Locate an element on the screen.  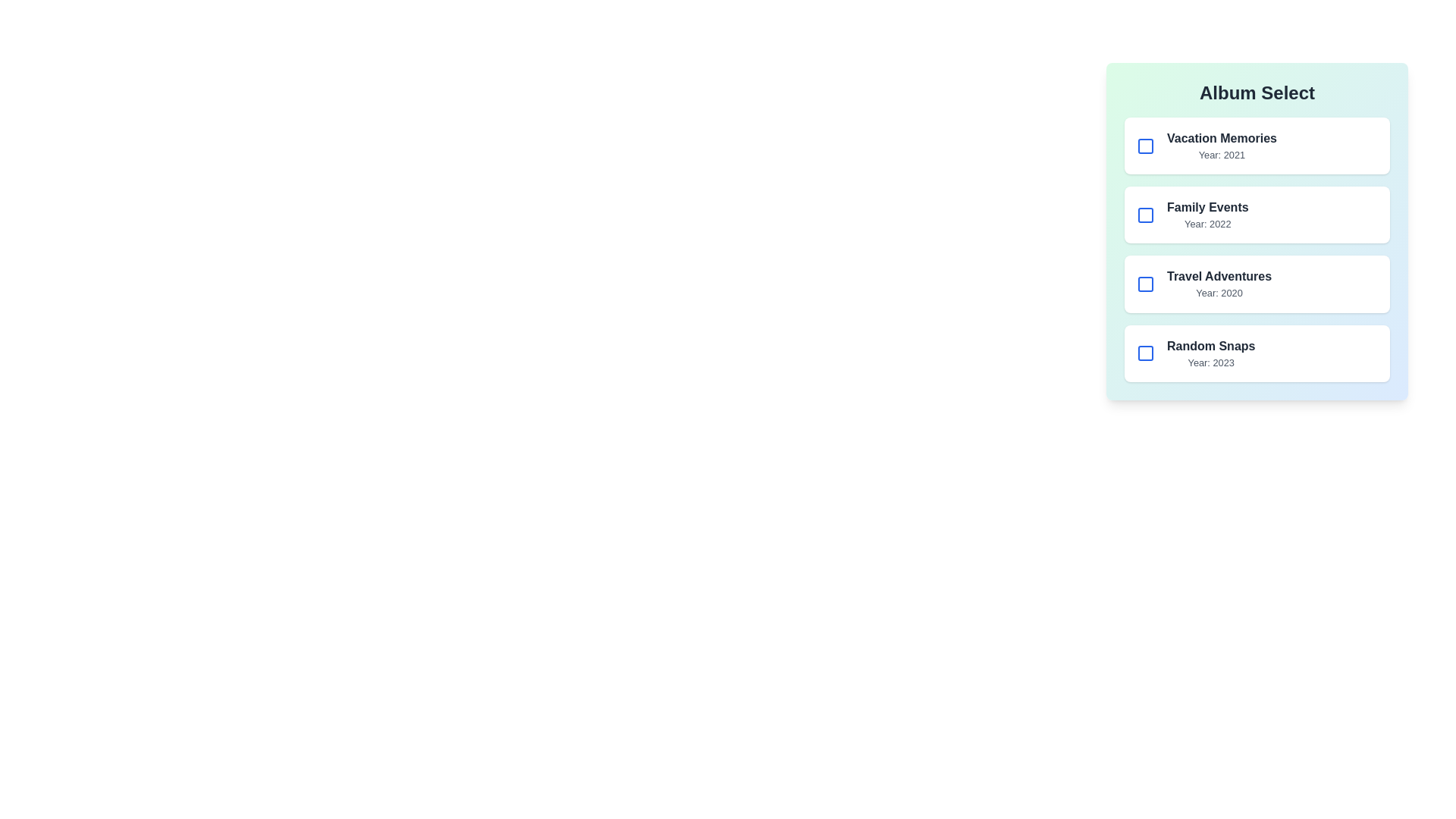
the album Travel Adventures is located at coordinates (1146, 284).